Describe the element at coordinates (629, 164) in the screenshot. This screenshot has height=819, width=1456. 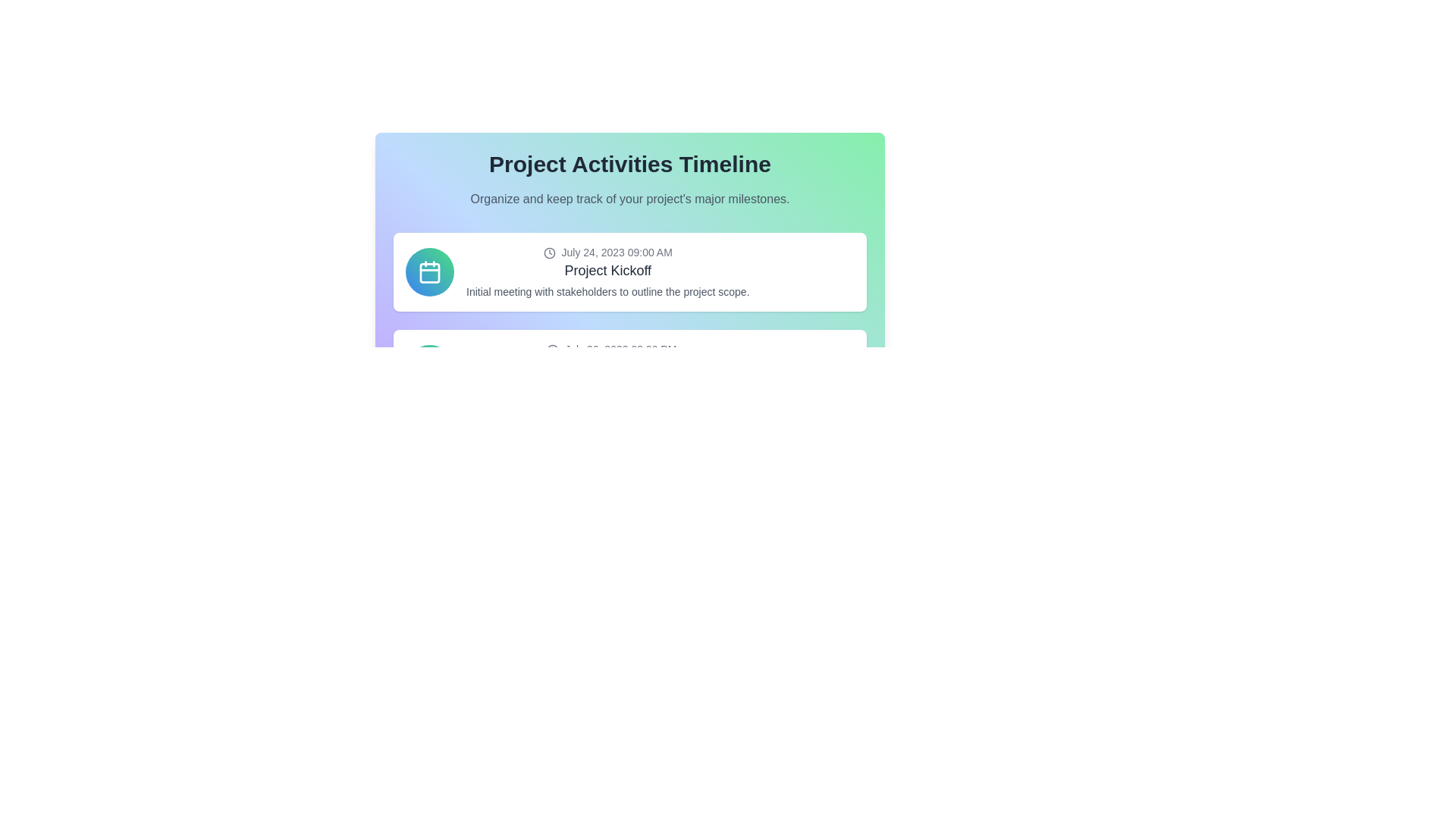
I see `the header text 'Project Activities Timeline' which is styled in bold and large font, positioned at the top-center of the interface` at that location.